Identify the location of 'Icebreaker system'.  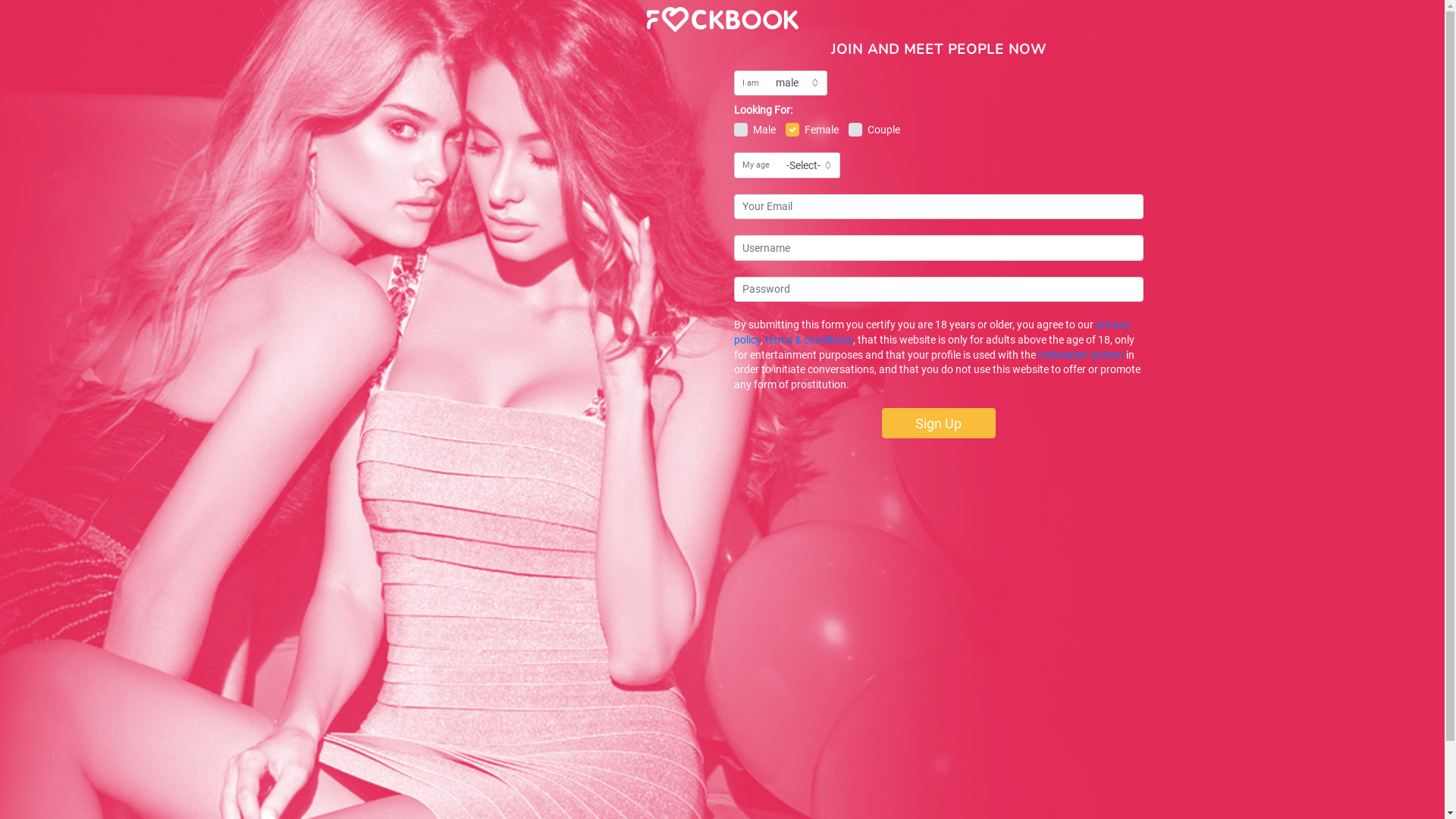
(1079, 354).